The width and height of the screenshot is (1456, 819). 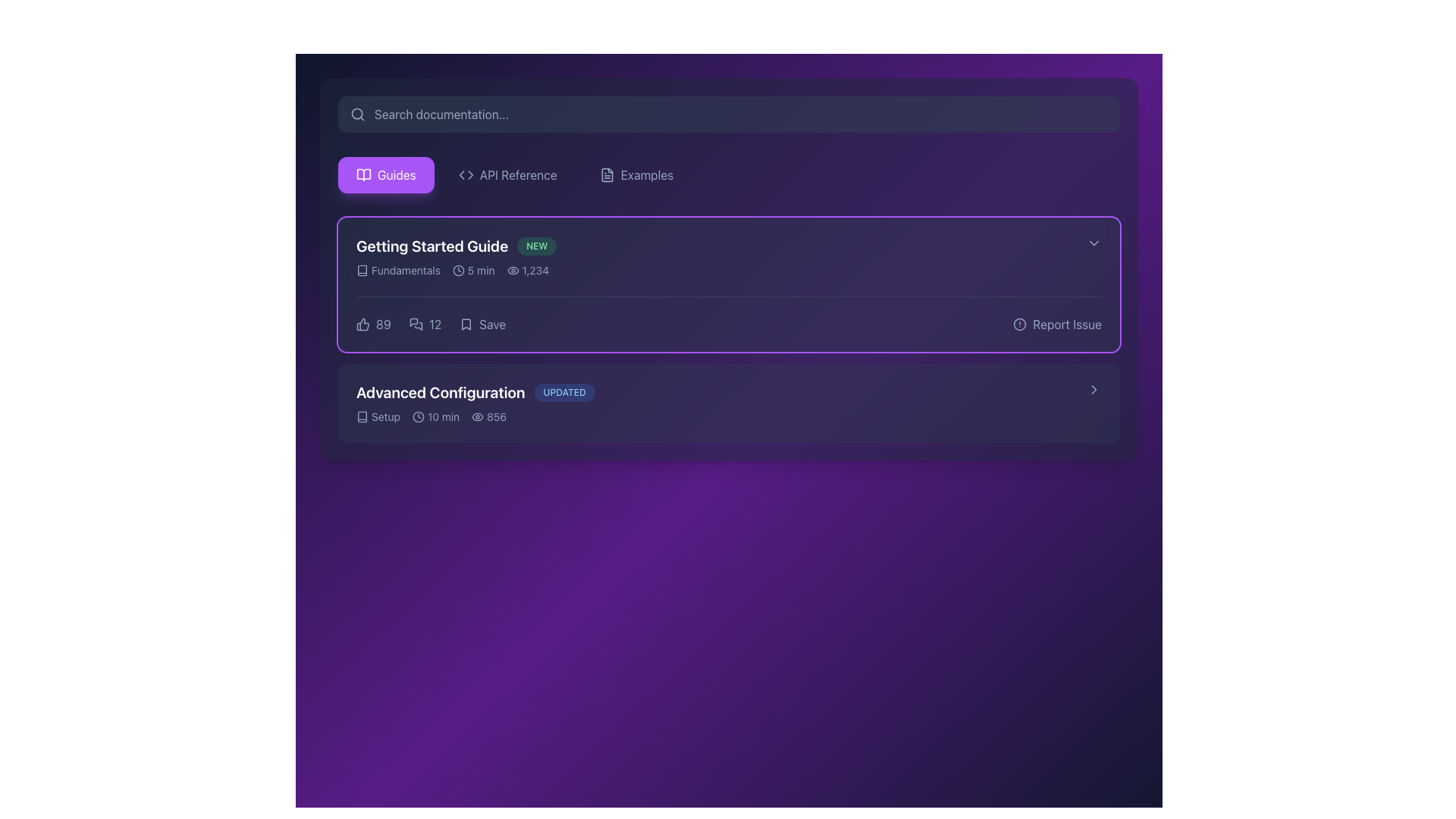 What do you see at coordinates (364, 174) in the screenshot?
I see `the open book icon located within the purple 'Guides' button in the left sidebar navigation menu` at bounding box center [364, 174].